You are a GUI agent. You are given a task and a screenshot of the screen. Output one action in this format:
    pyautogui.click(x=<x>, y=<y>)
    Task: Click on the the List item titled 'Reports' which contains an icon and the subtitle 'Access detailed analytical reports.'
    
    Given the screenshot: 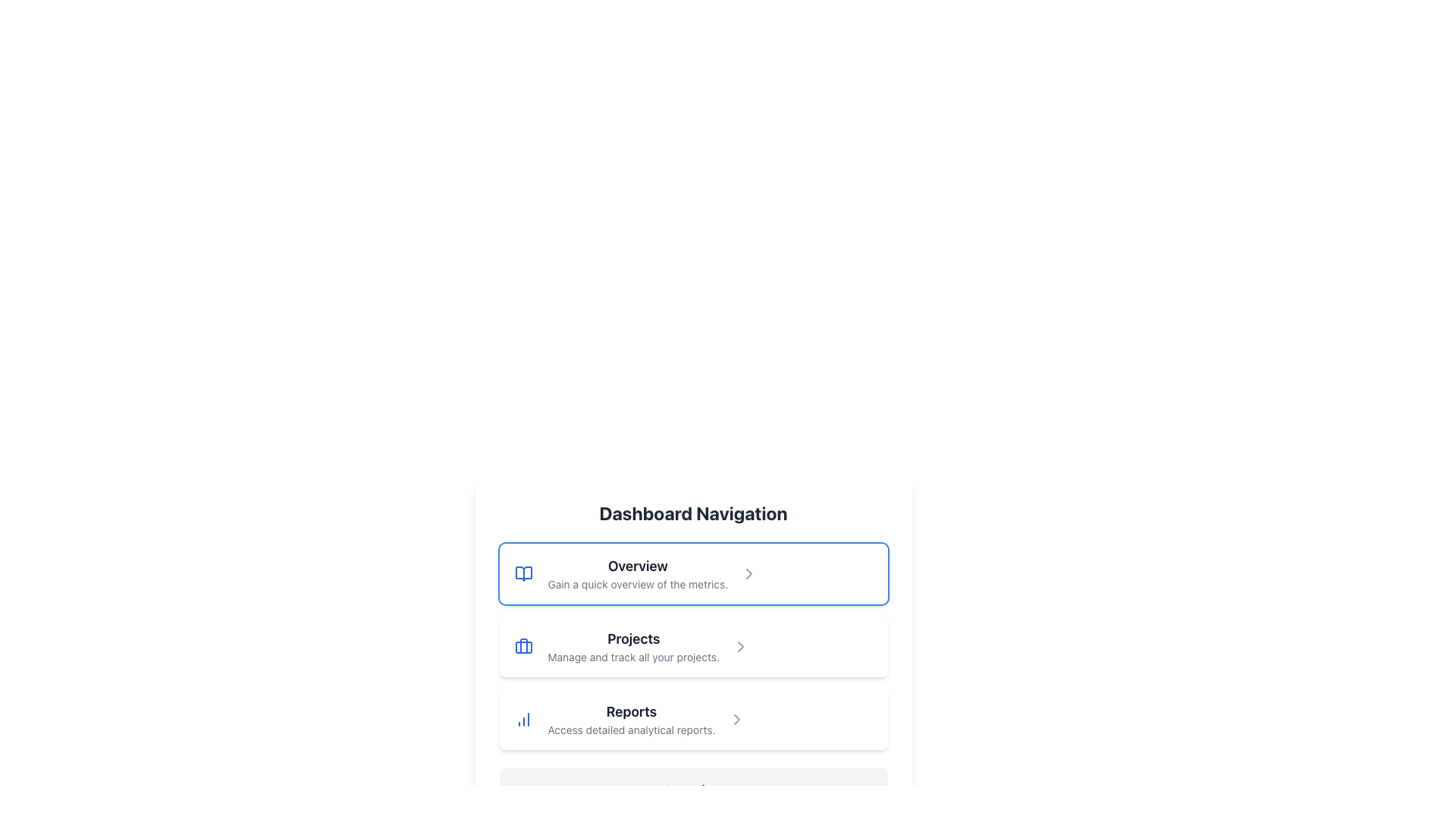 What is the action you would take?
    pyautogui.click(x=692, y=718)
    